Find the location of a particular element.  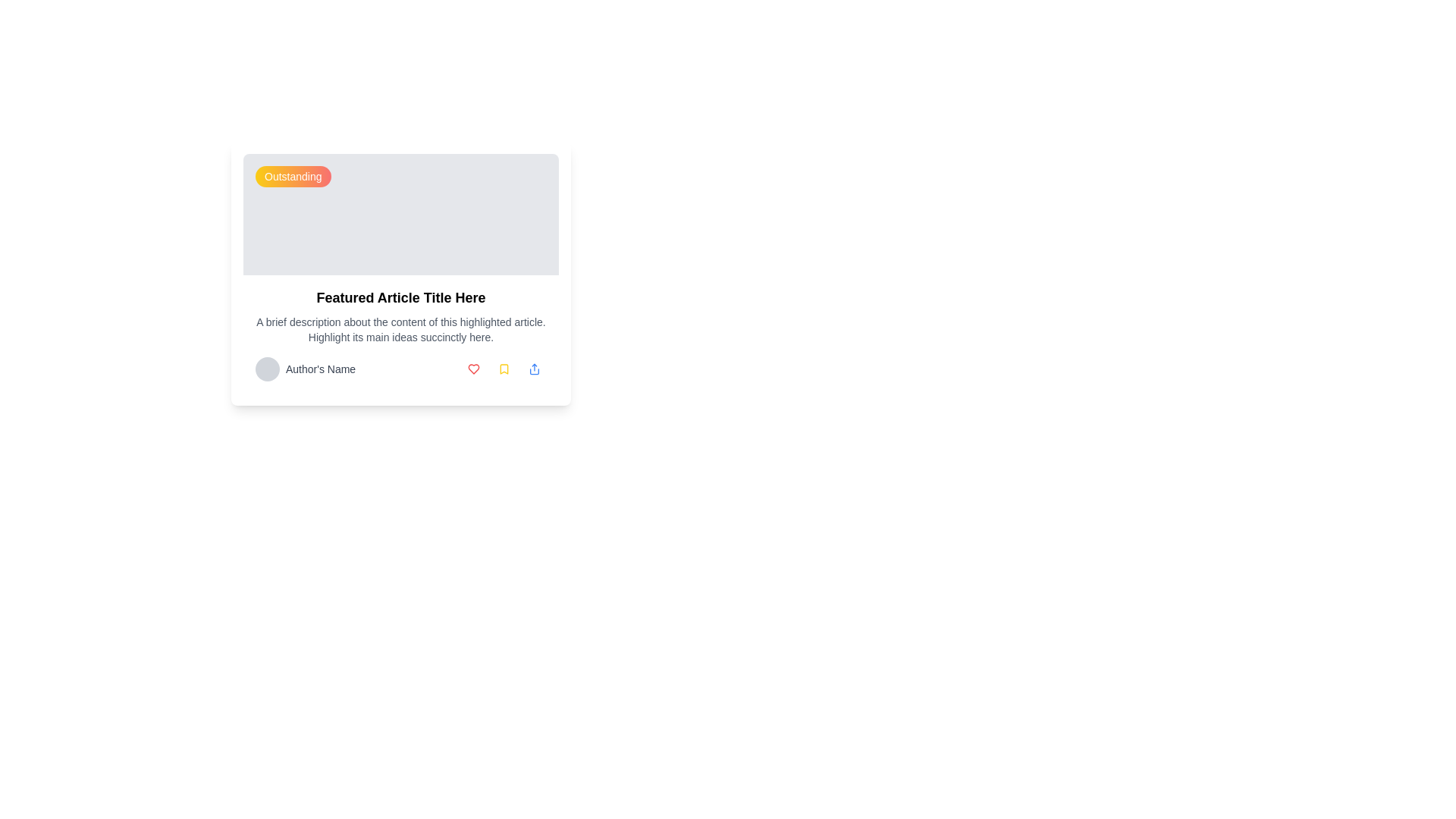

the blue-colored share icon, styled as an upward-pointing arrow located at the bottom-right corner of the article card is located at coordinates (535, 369).